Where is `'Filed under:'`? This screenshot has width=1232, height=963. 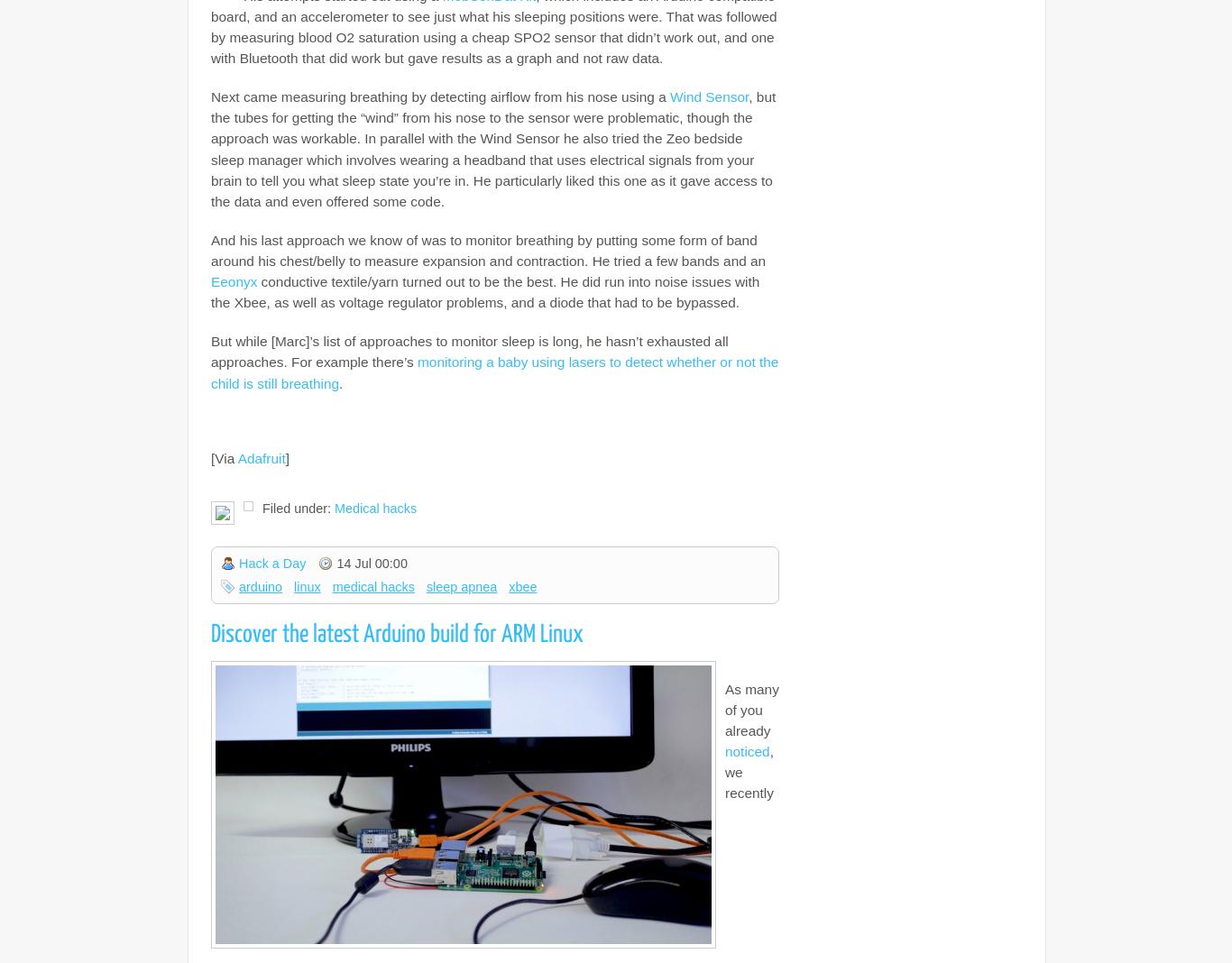
'Filed under:' is located at coordinates (298, 507).